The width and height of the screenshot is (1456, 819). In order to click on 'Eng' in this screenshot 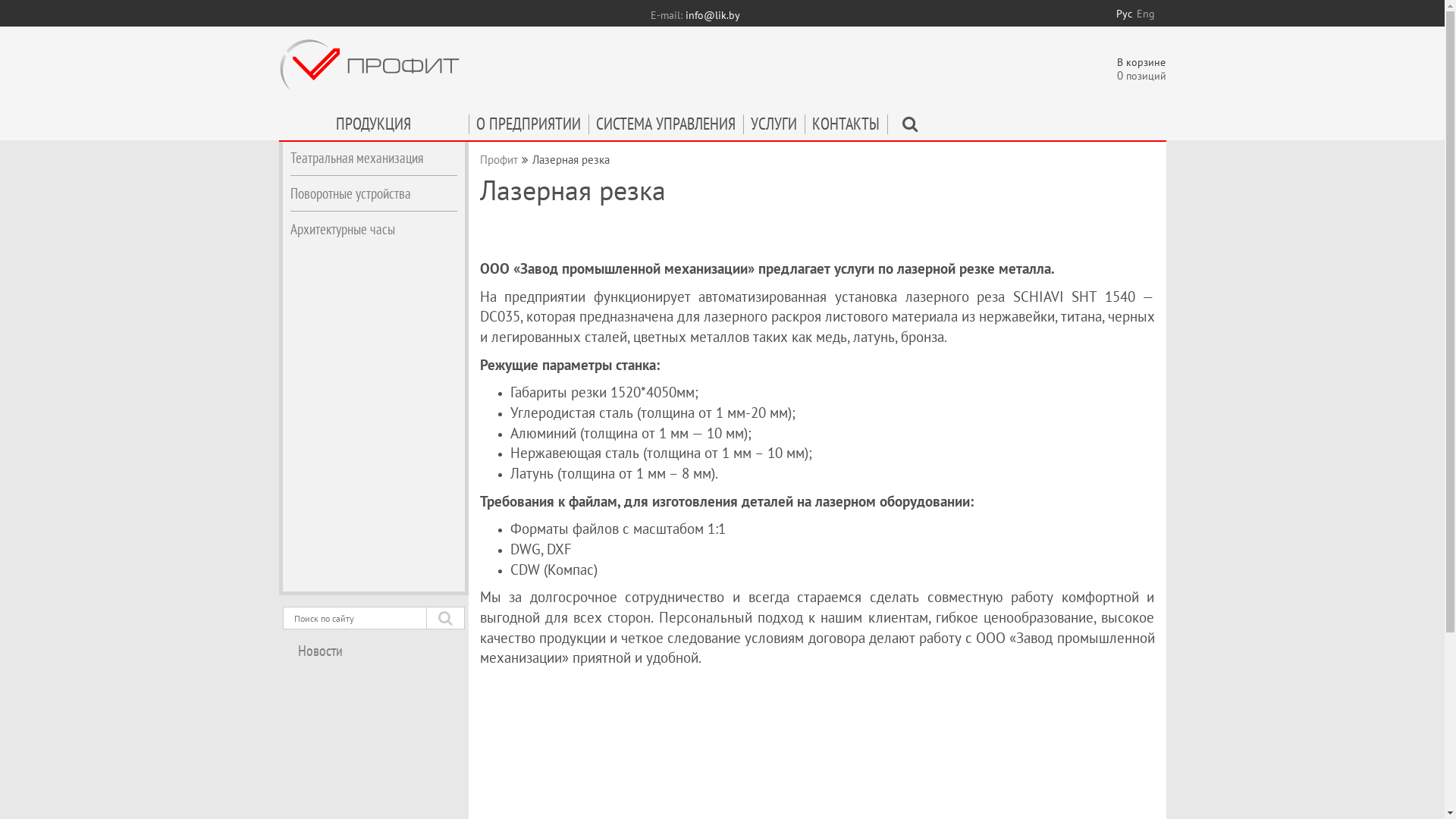, I will do `click(1145, 14)`.